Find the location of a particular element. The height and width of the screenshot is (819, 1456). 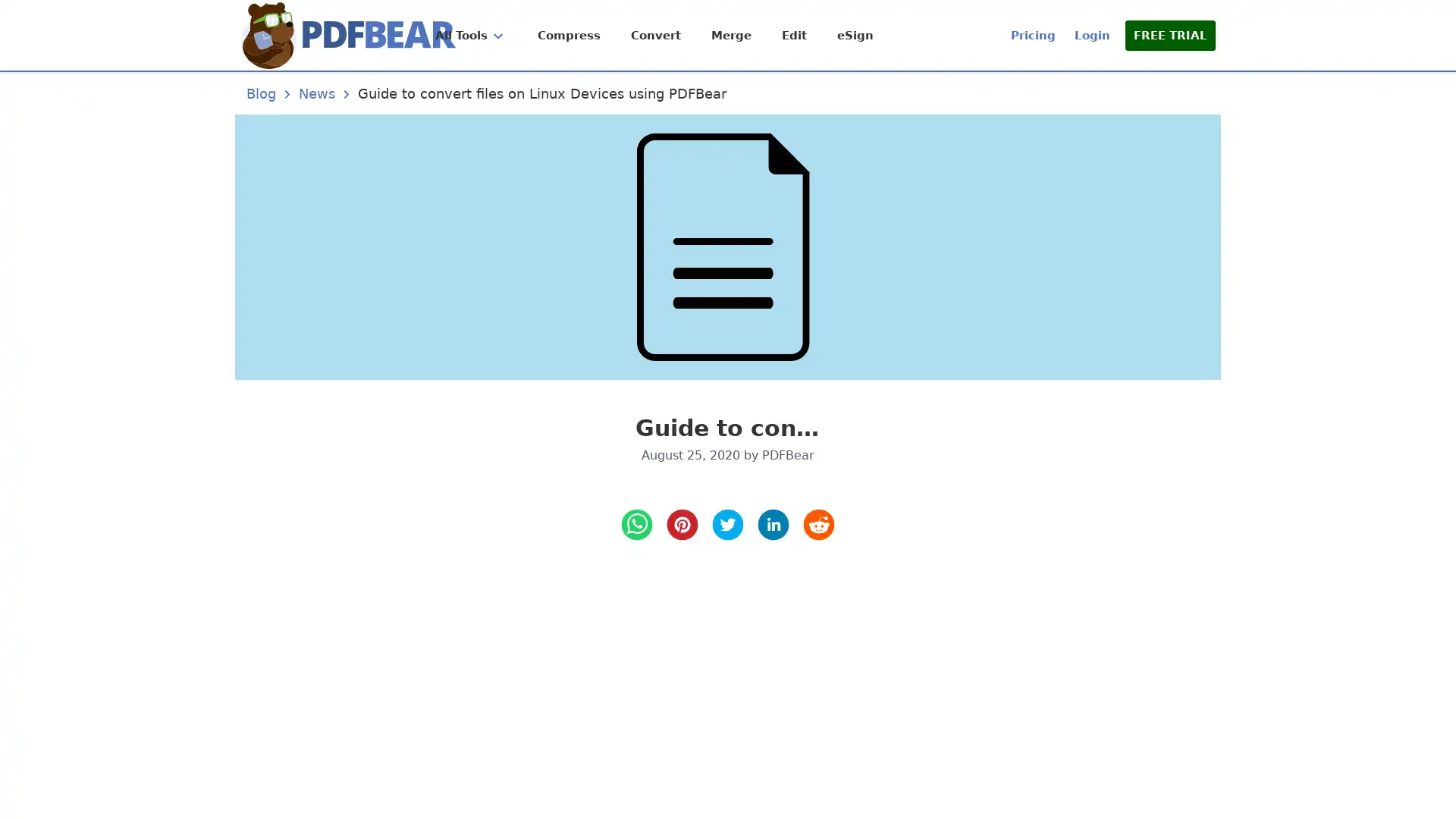

Blog is located at coordinates (261, 93).